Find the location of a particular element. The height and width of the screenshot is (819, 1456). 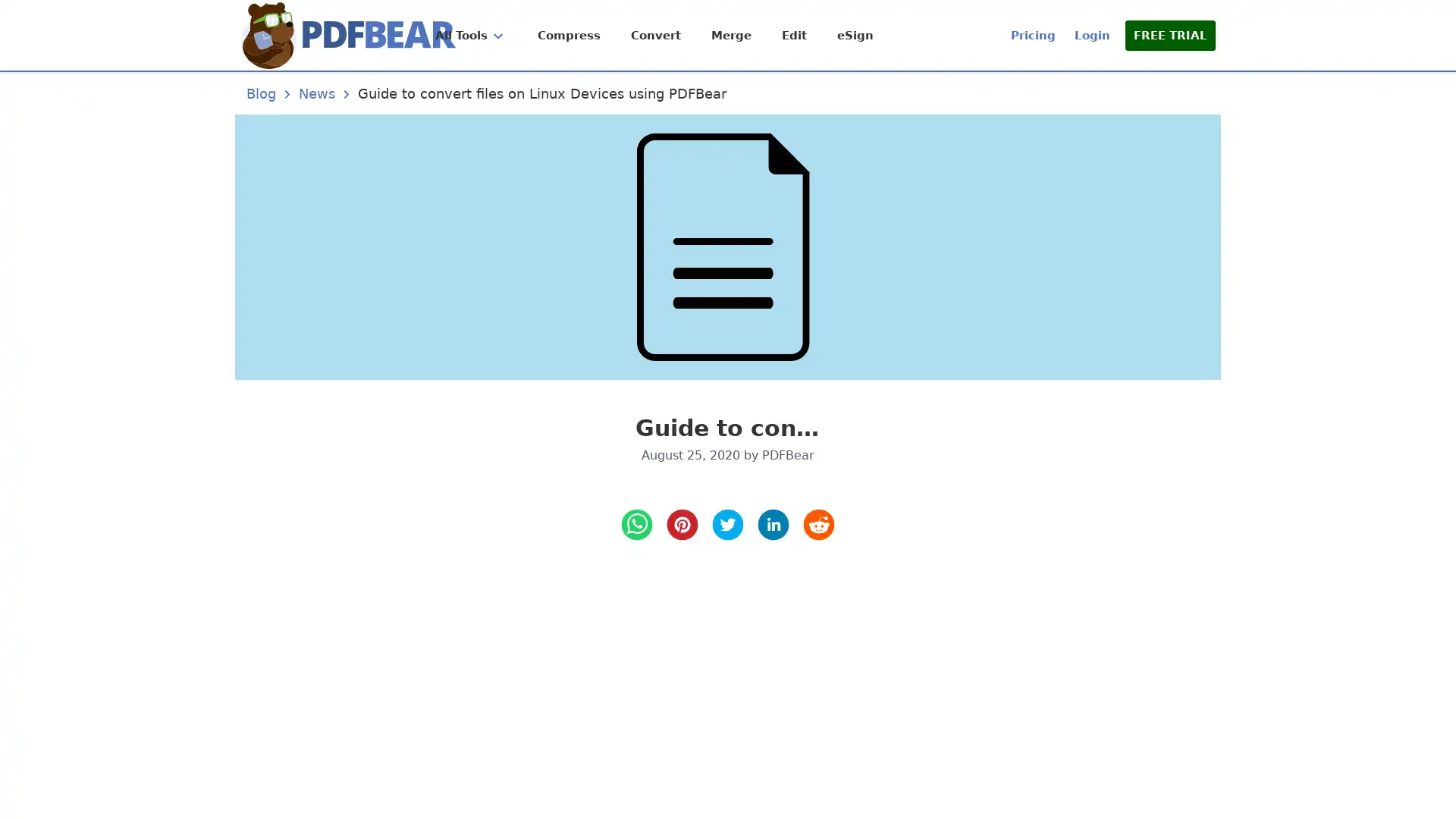

Blog is located at coordinates (261, 93).